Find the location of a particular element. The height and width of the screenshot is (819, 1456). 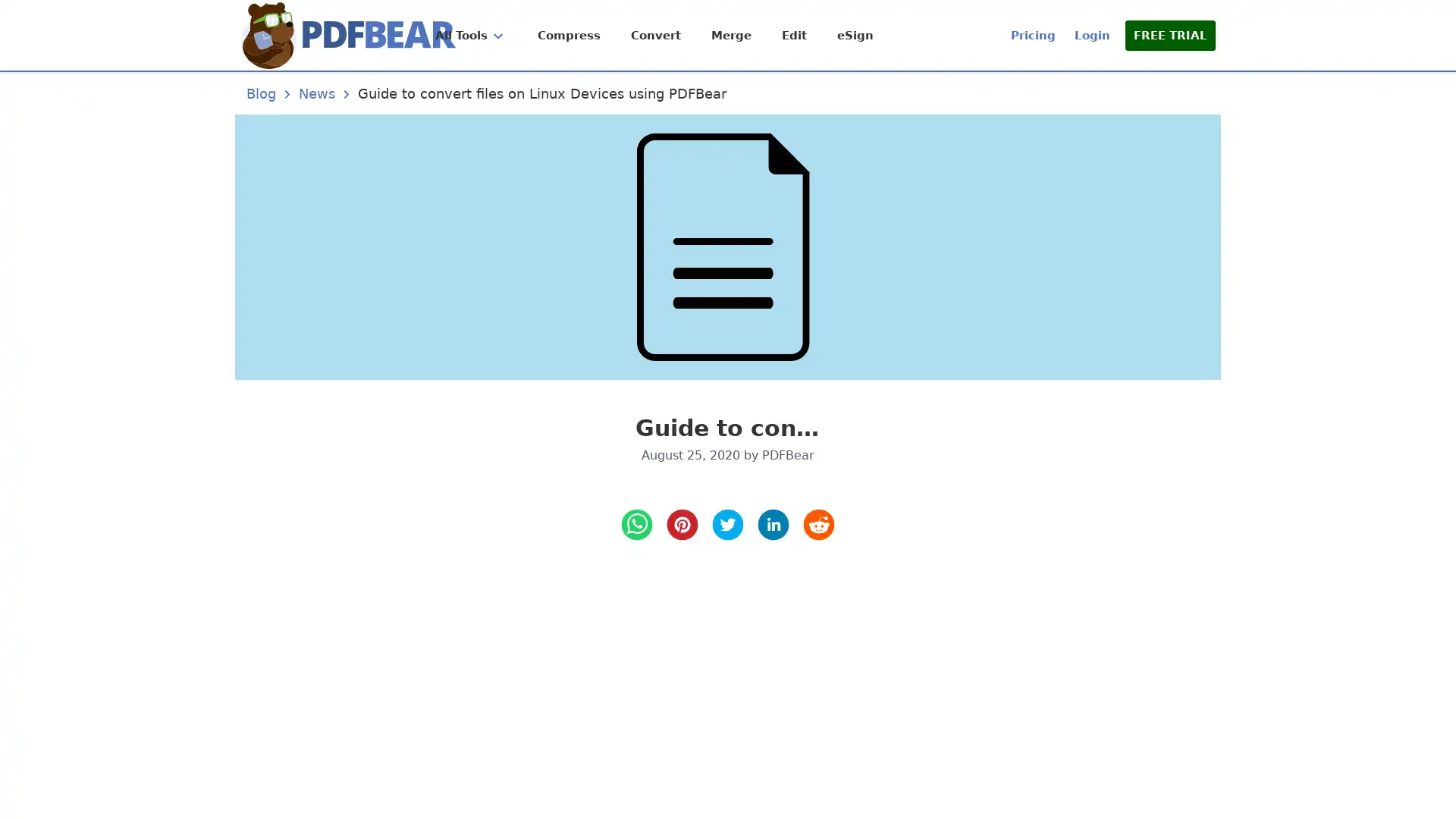

Blog is located at coordinates (261, 93).